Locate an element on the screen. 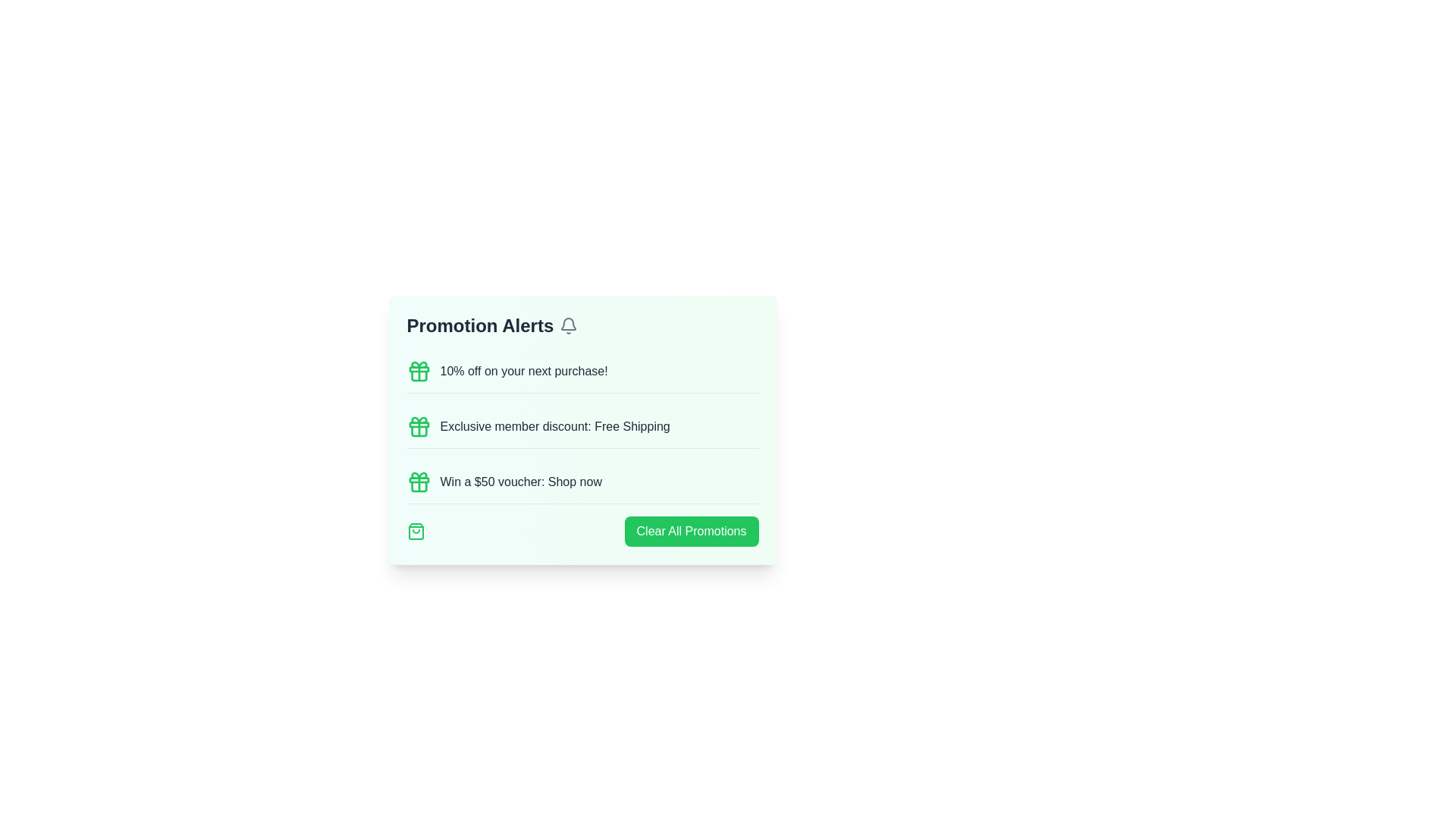 The width and height of the screenshot is (1456, 819). the green gift box icon with rounded edges located at the leftmost side of the row containing the text 'Win a $50 voucher: Shop now' in the promotion alerts section is located at coordinates (419, 482).